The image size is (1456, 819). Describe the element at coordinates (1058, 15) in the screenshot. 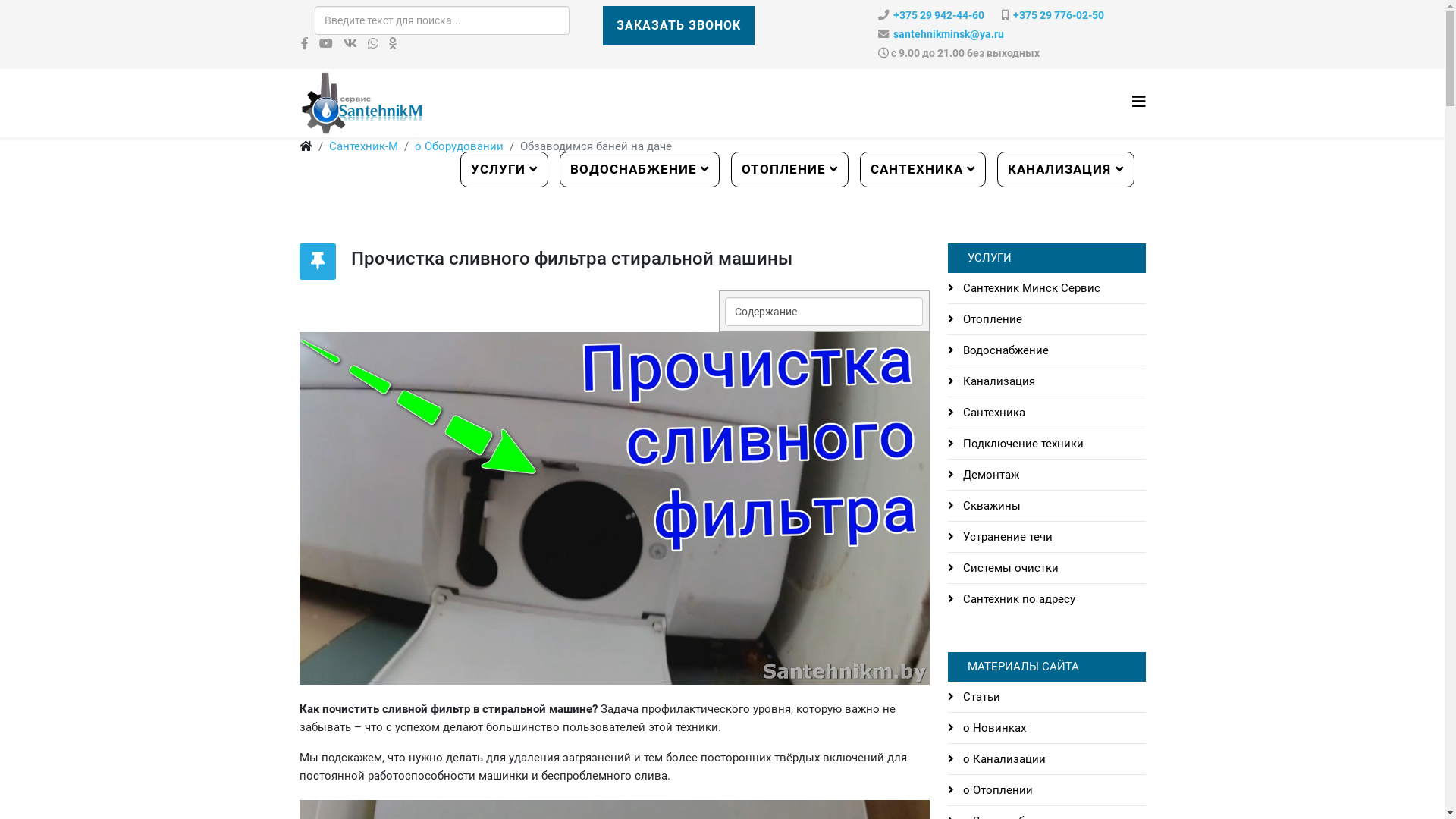

I see `'+375 29 776-02-50'` at that location.